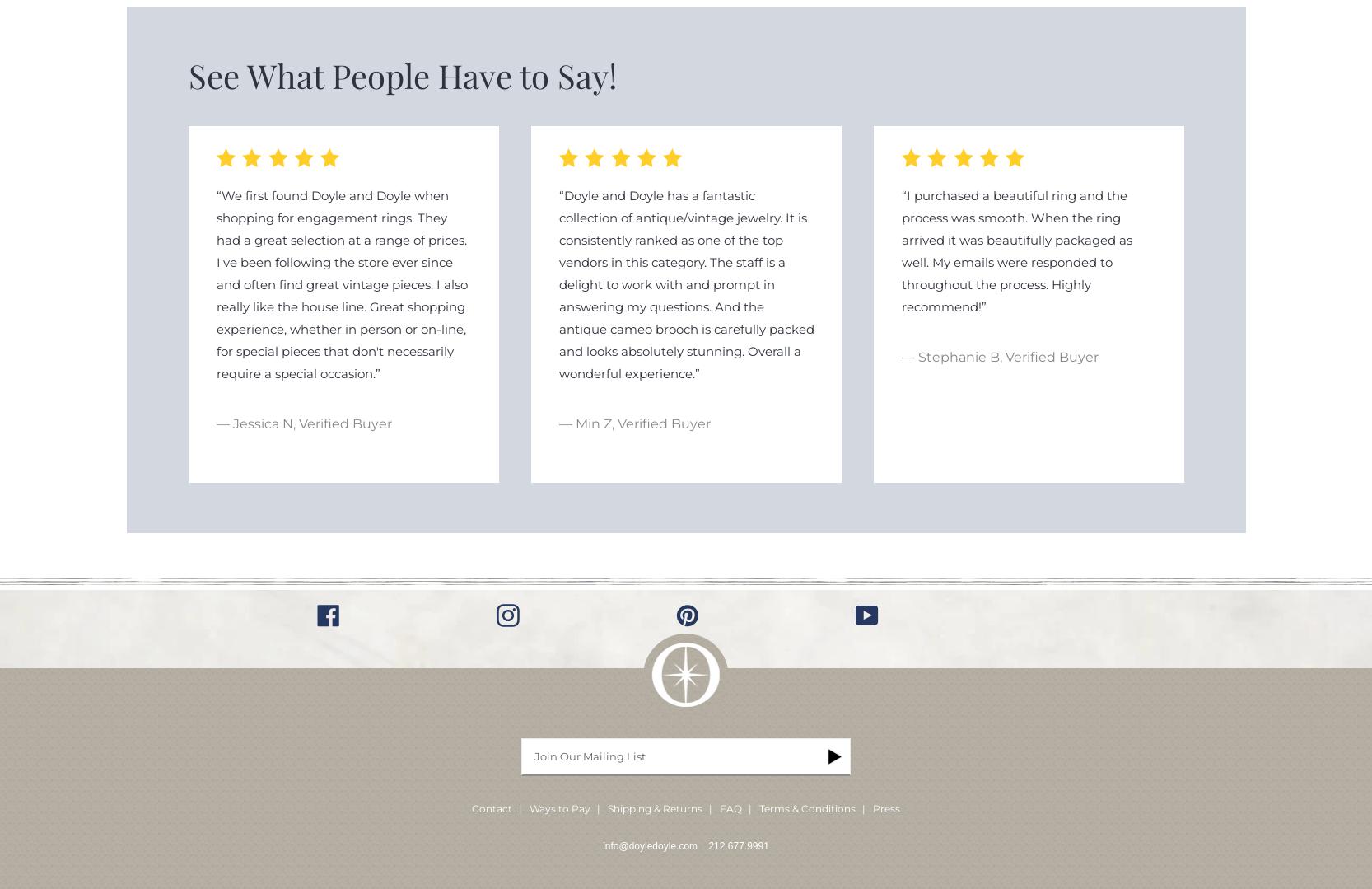 This screenshot has width=1372, height=889. Describe the element at coordinates (999, 357) in the screenshot. I see `'— Stephanie B, Verified Buyer'` at that location.